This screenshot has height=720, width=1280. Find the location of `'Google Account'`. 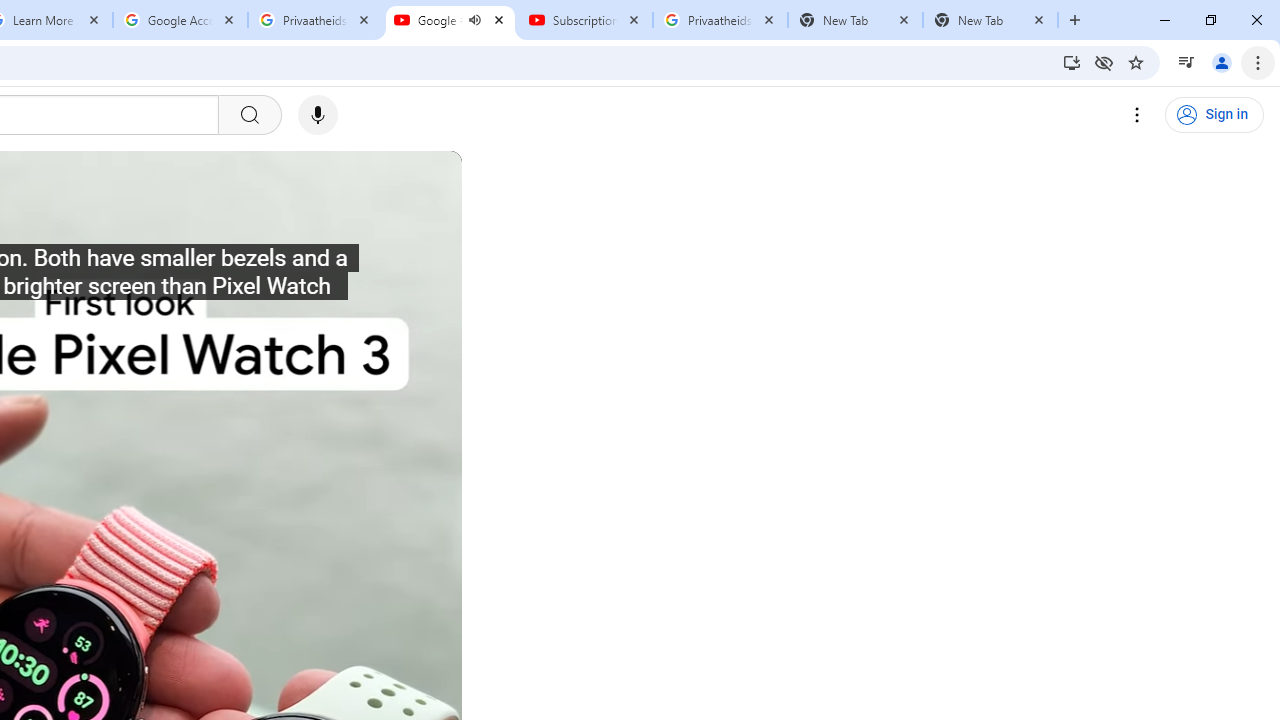

'Google Account' is located at coordinates (180, 20).